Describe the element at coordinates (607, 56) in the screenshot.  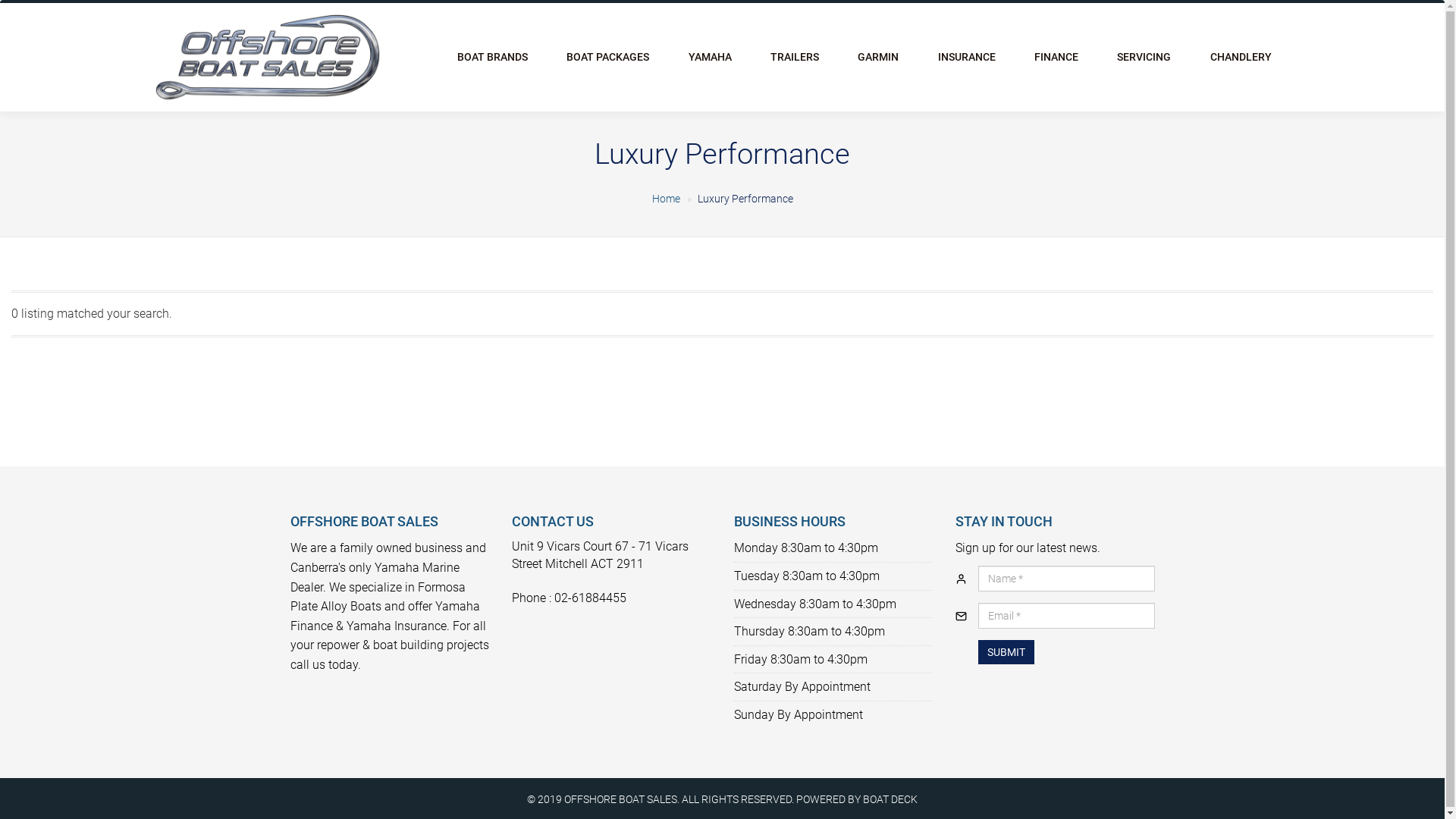
I see `'BOAT PACKAGES'` at that location.